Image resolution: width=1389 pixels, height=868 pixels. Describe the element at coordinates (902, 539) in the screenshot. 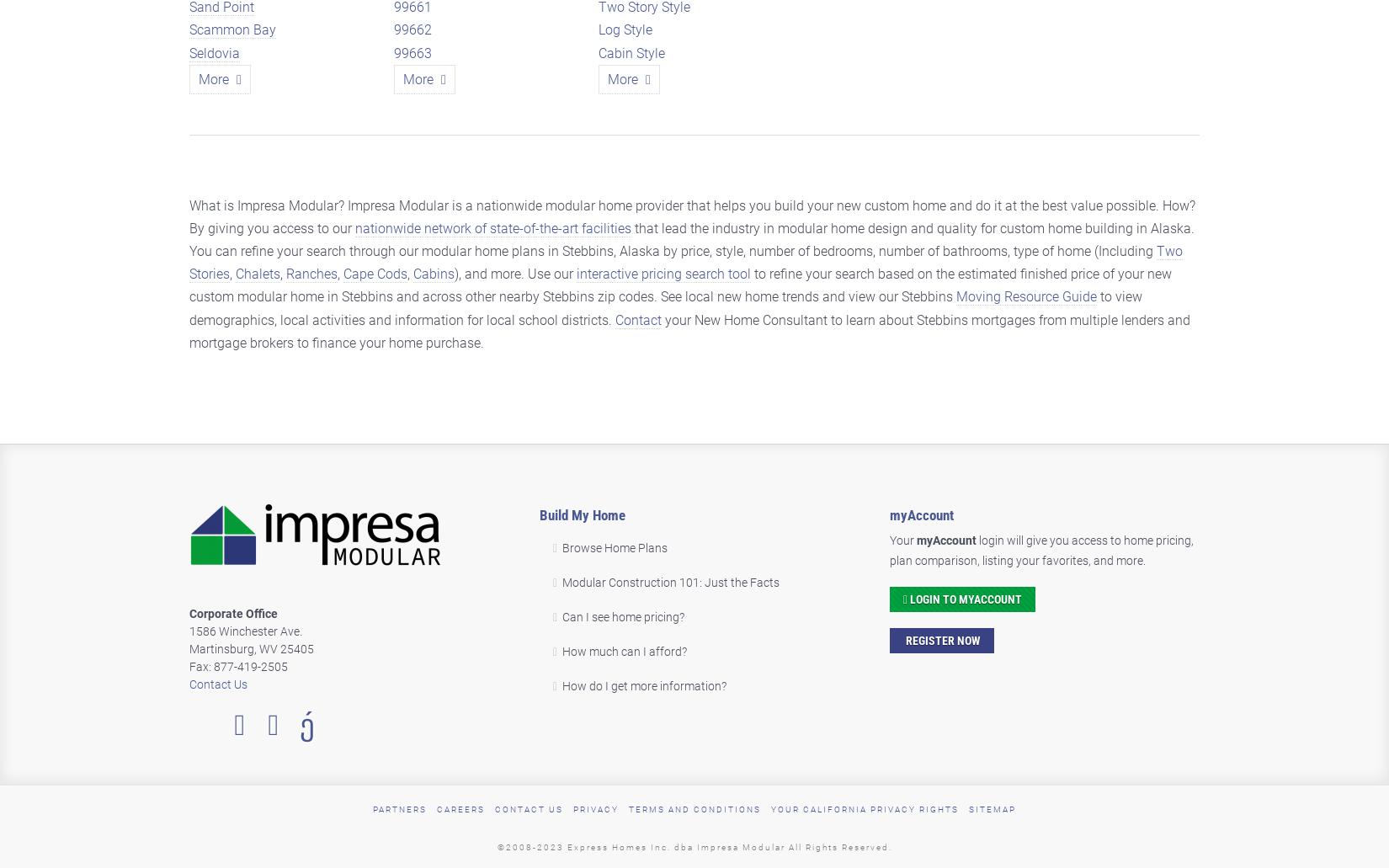

I see `'Your'` at that location.